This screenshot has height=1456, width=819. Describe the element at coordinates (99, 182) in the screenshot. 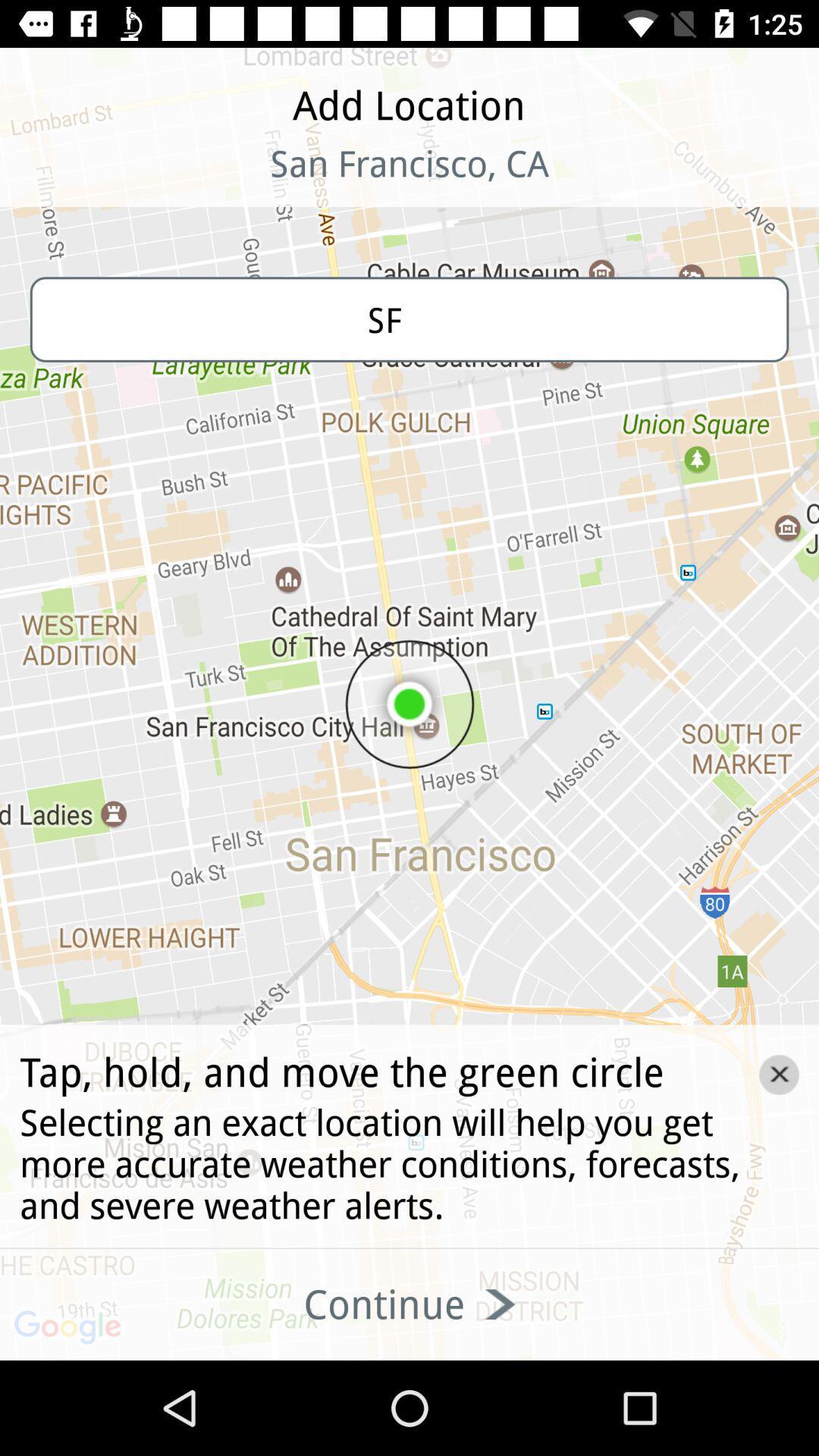

I see `item next to san francisco, ca` at that location.